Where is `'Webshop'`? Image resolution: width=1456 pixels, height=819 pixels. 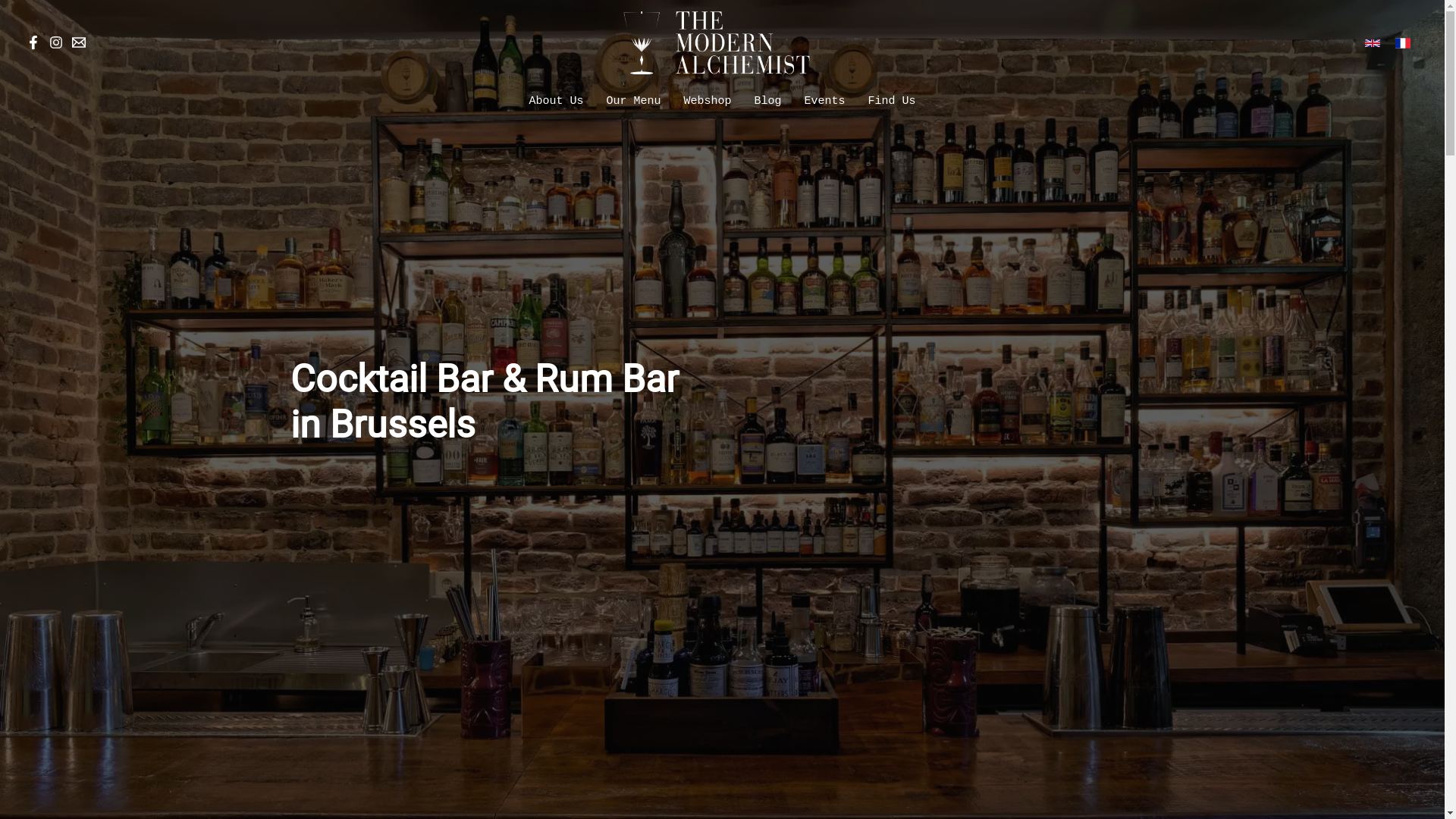
'Webshop' is located at coordinates (706, 101).